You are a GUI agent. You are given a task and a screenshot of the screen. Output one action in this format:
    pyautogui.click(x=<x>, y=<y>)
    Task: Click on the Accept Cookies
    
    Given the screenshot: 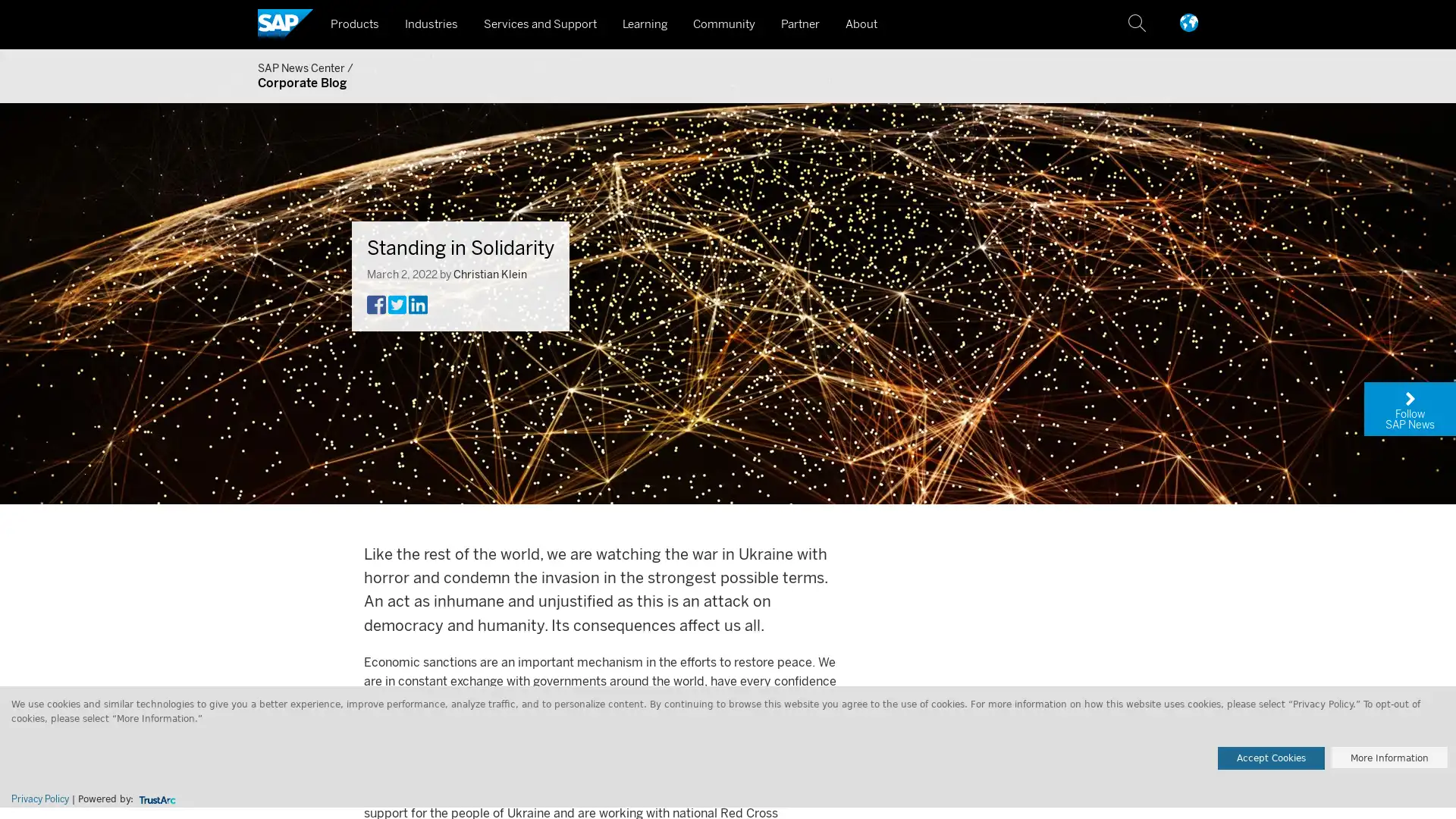 What is the action you would take?
    pyautogui.click(x=1271, y=758)
    